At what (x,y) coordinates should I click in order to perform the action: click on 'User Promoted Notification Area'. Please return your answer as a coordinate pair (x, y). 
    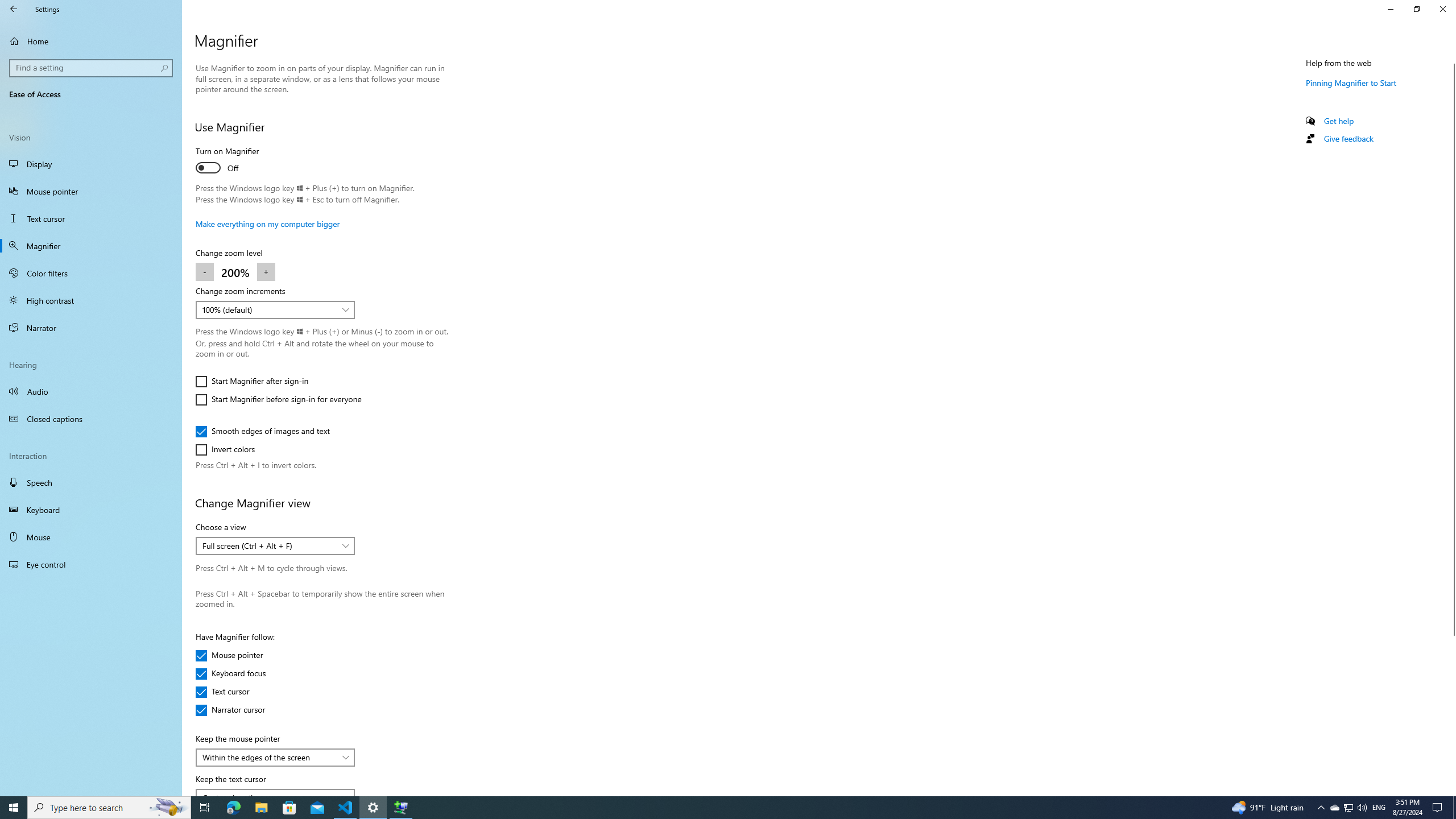
    Looking at the image, I should click on (1347, 806).